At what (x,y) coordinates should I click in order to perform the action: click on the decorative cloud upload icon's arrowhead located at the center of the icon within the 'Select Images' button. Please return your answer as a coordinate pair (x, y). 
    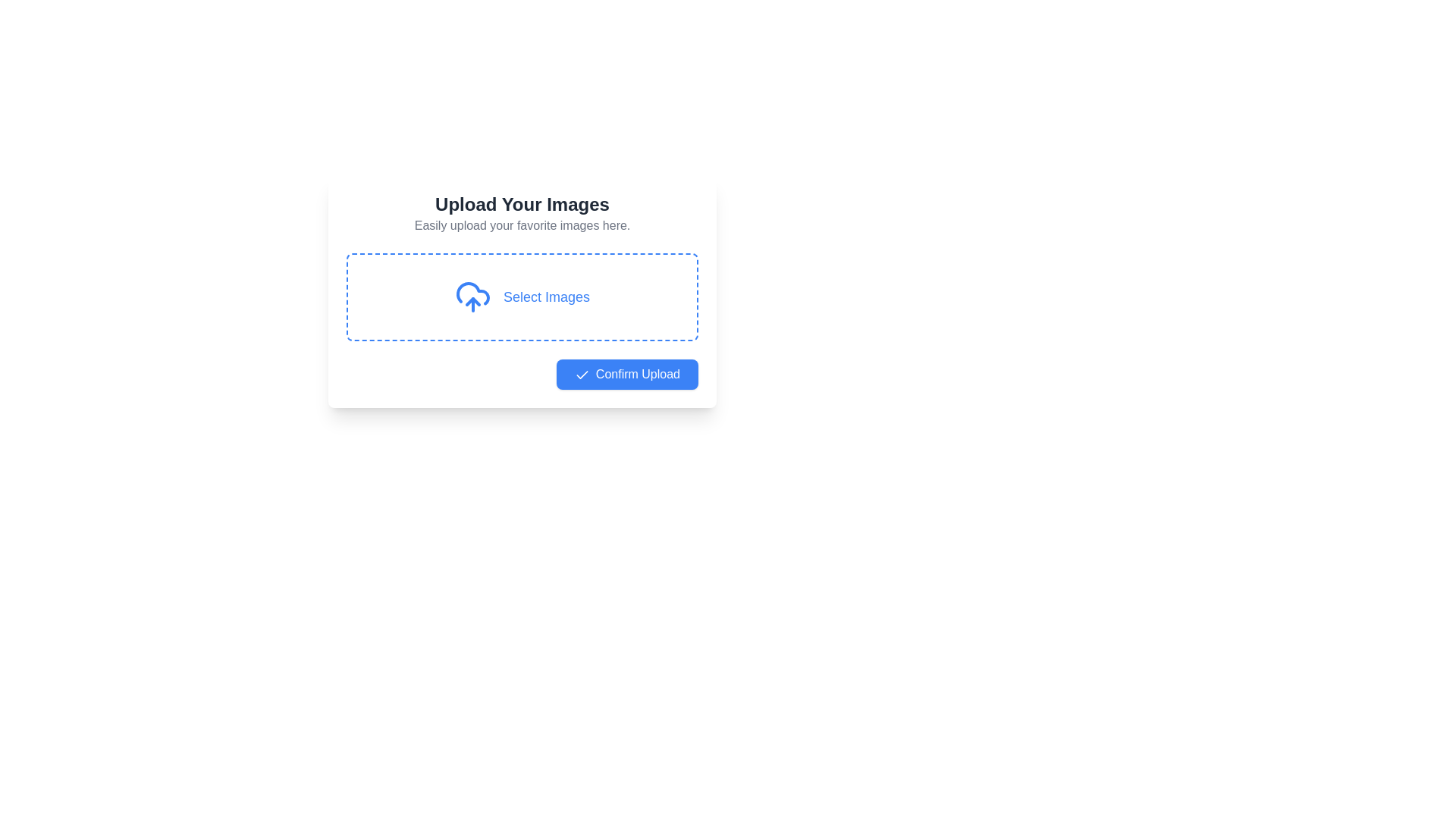
    Looking at the image, I should click on (472, 301).